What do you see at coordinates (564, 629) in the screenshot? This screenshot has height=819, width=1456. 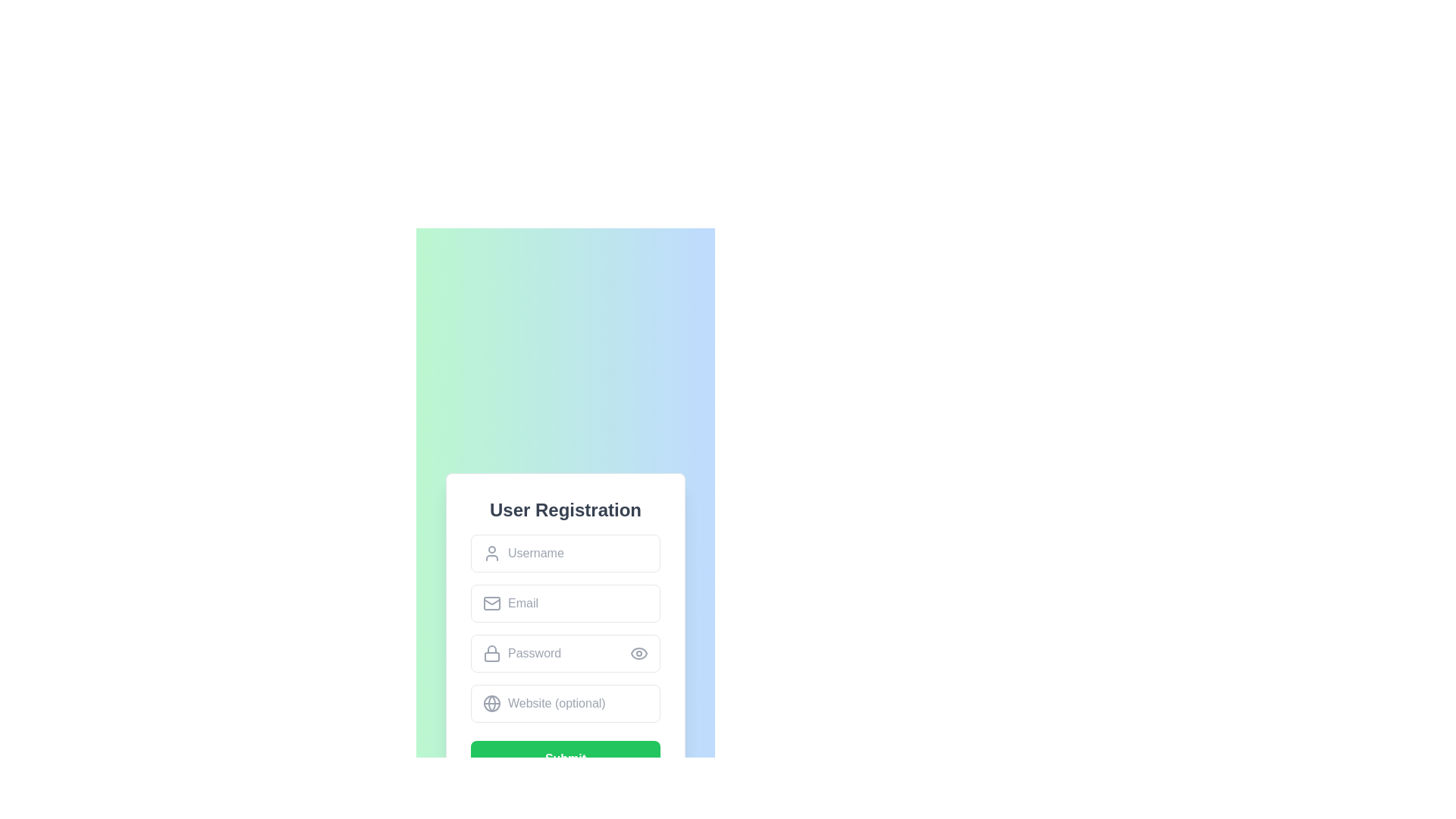 I see `the vertical form layout containing input fields for user registration to activate the focus effect` at bounding box center [564, 629].